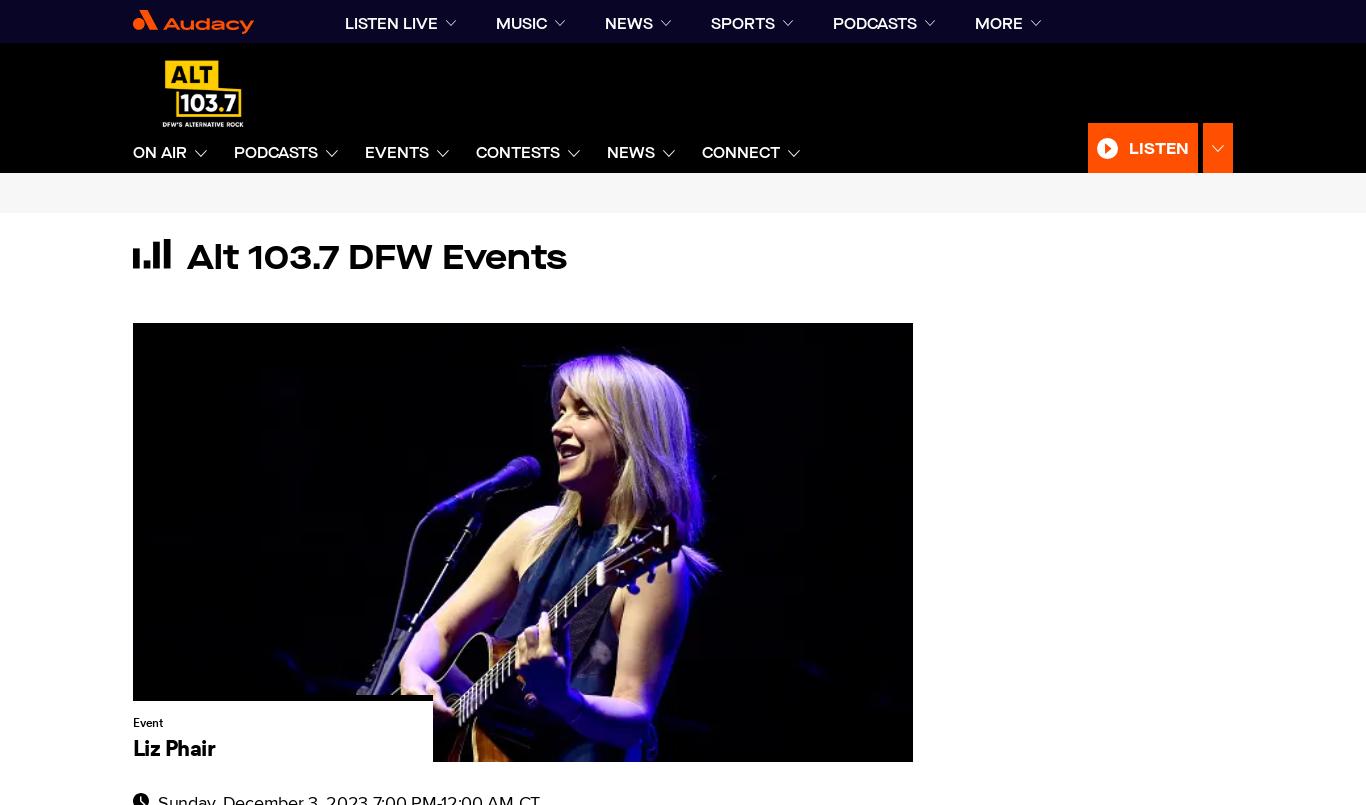  Describe the element at coordinates (1127, 147) in the screenshot. I see `'listen'` at that location.